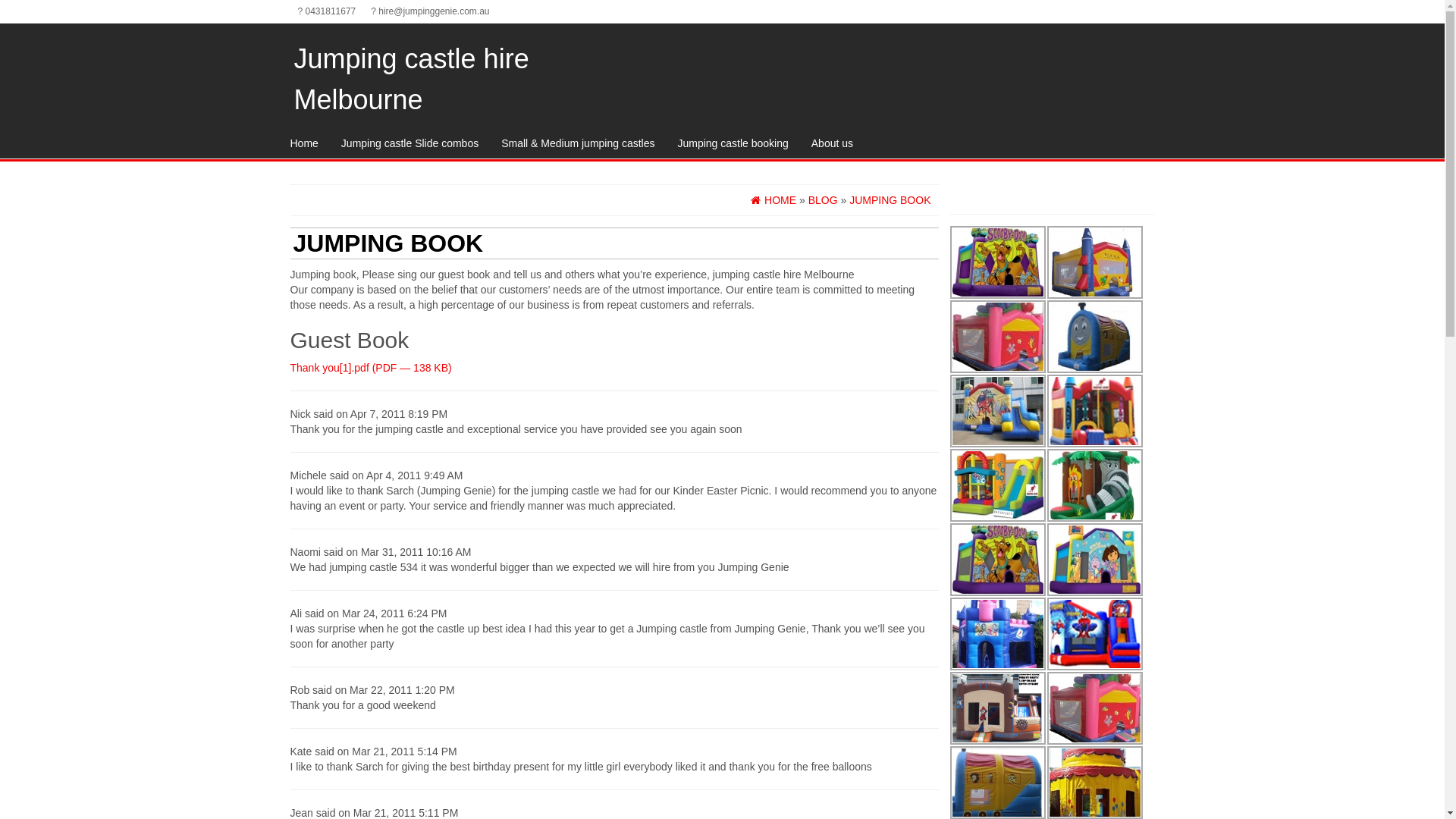  What do you see at coordinates (890, 199) in the screenshot?
I see `'JUMPING BOOK'` at bounding box center [890, 199].